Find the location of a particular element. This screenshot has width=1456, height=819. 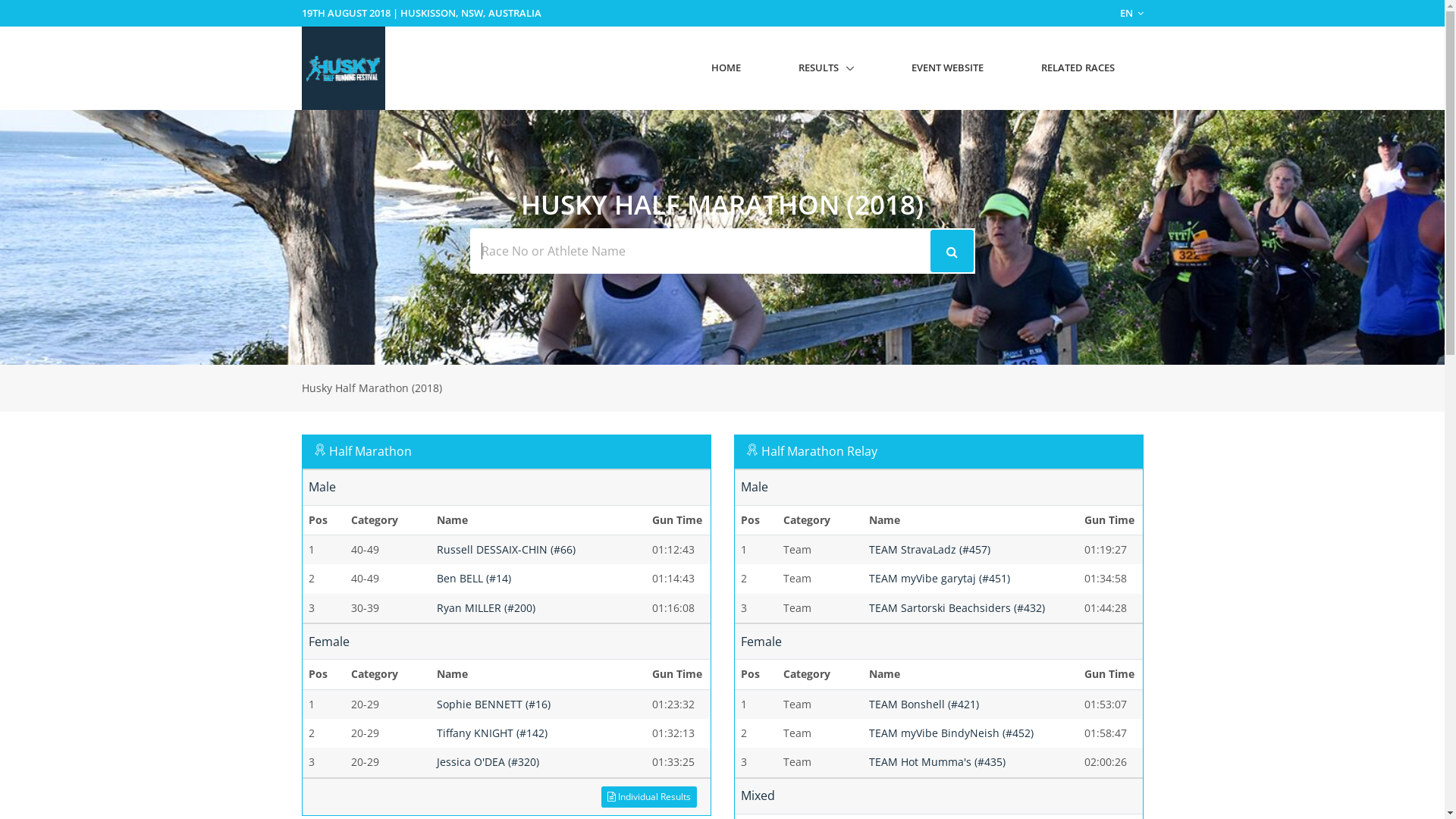

'TEAM Bonshell (#421)' is located at coordinates (923, 704).